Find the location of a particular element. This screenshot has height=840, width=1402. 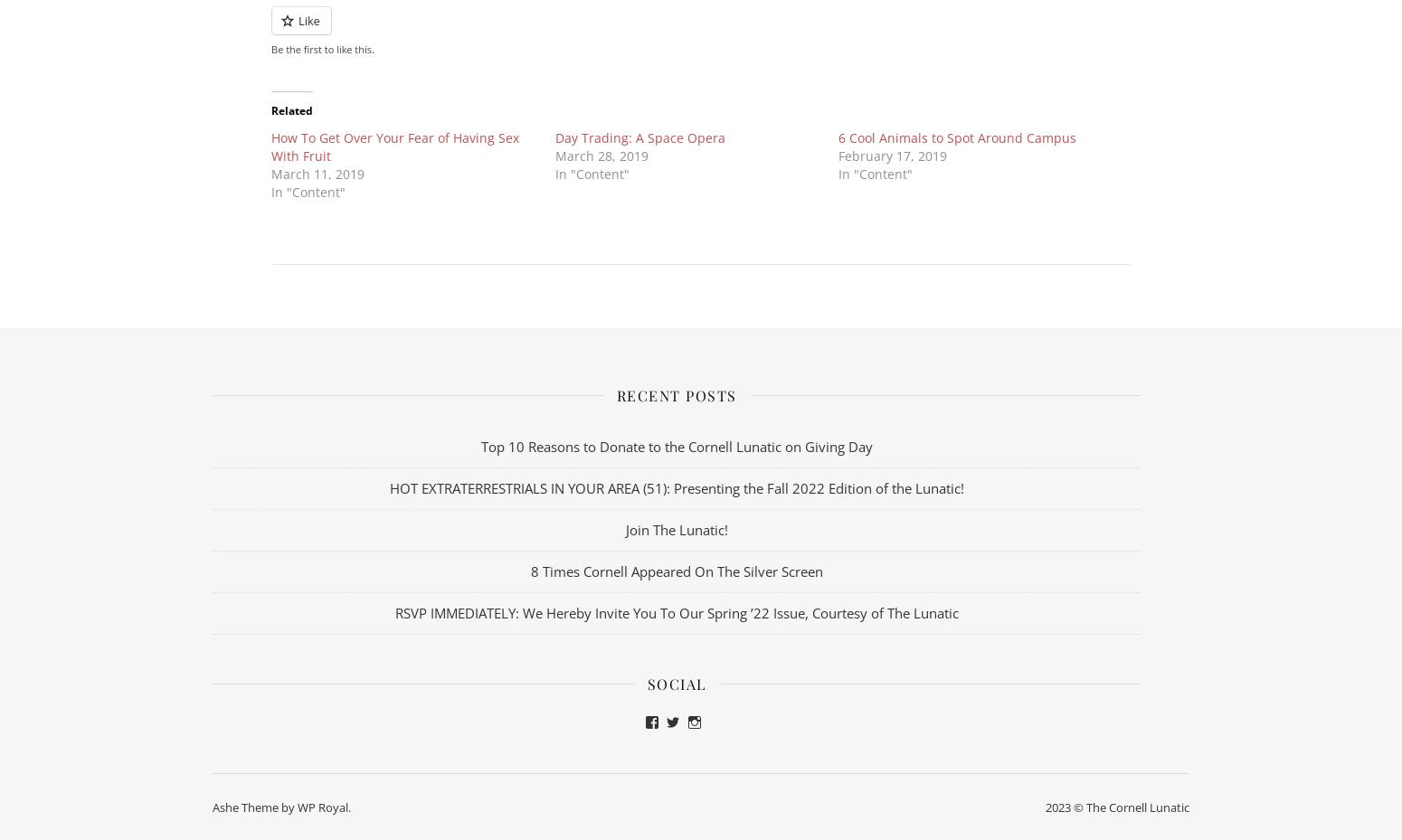

'RSVP IMMEDIATELY: We Hereby Invite You To Our Spring ’22 Issue, Courtesy of The Lunatic' is located at coordinates (676, 611).